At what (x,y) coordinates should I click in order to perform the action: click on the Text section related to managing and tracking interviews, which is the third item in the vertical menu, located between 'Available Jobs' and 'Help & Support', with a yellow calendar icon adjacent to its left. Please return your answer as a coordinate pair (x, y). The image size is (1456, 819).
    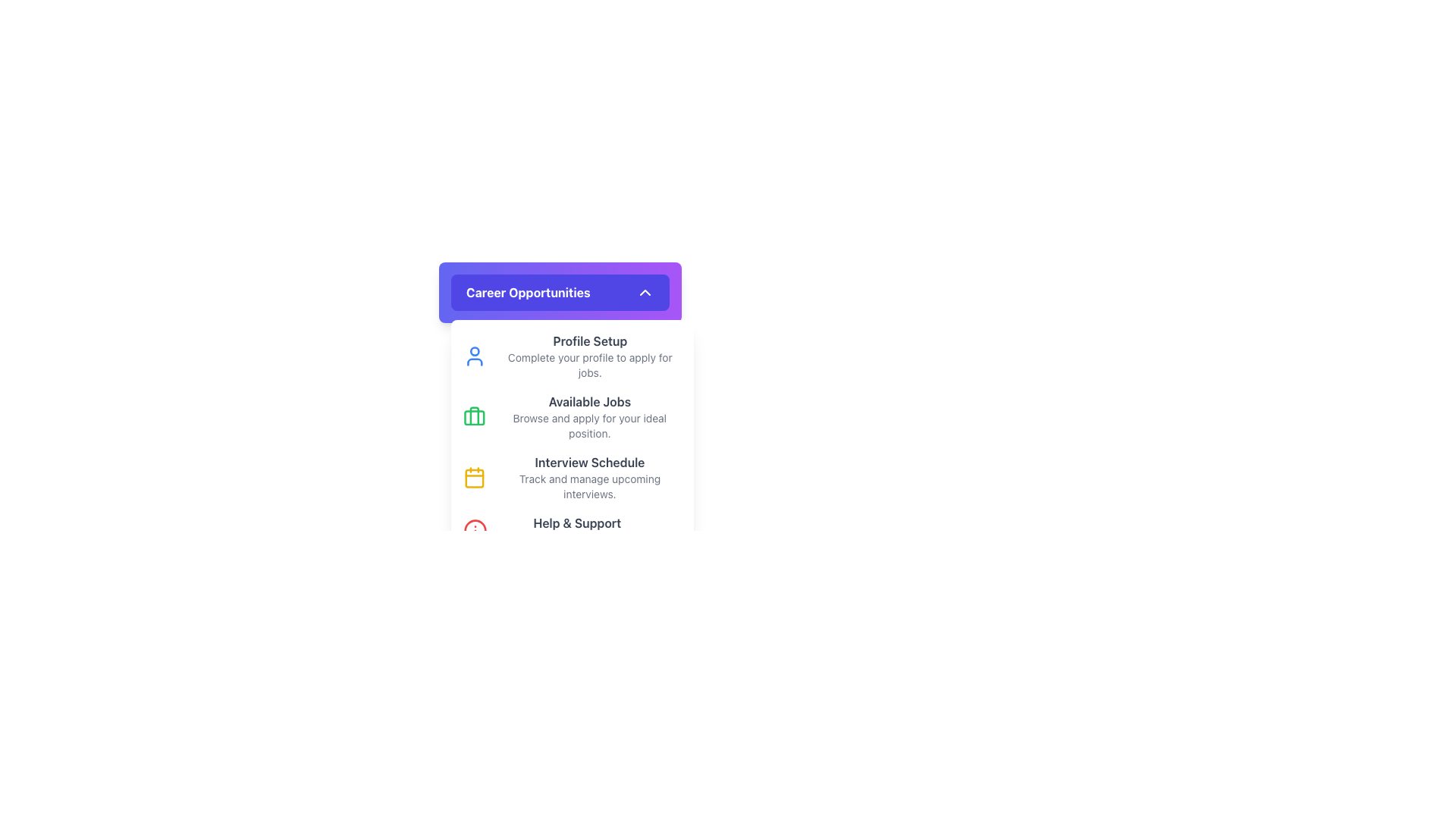
    Looking at the image, I should click on (588, 476).